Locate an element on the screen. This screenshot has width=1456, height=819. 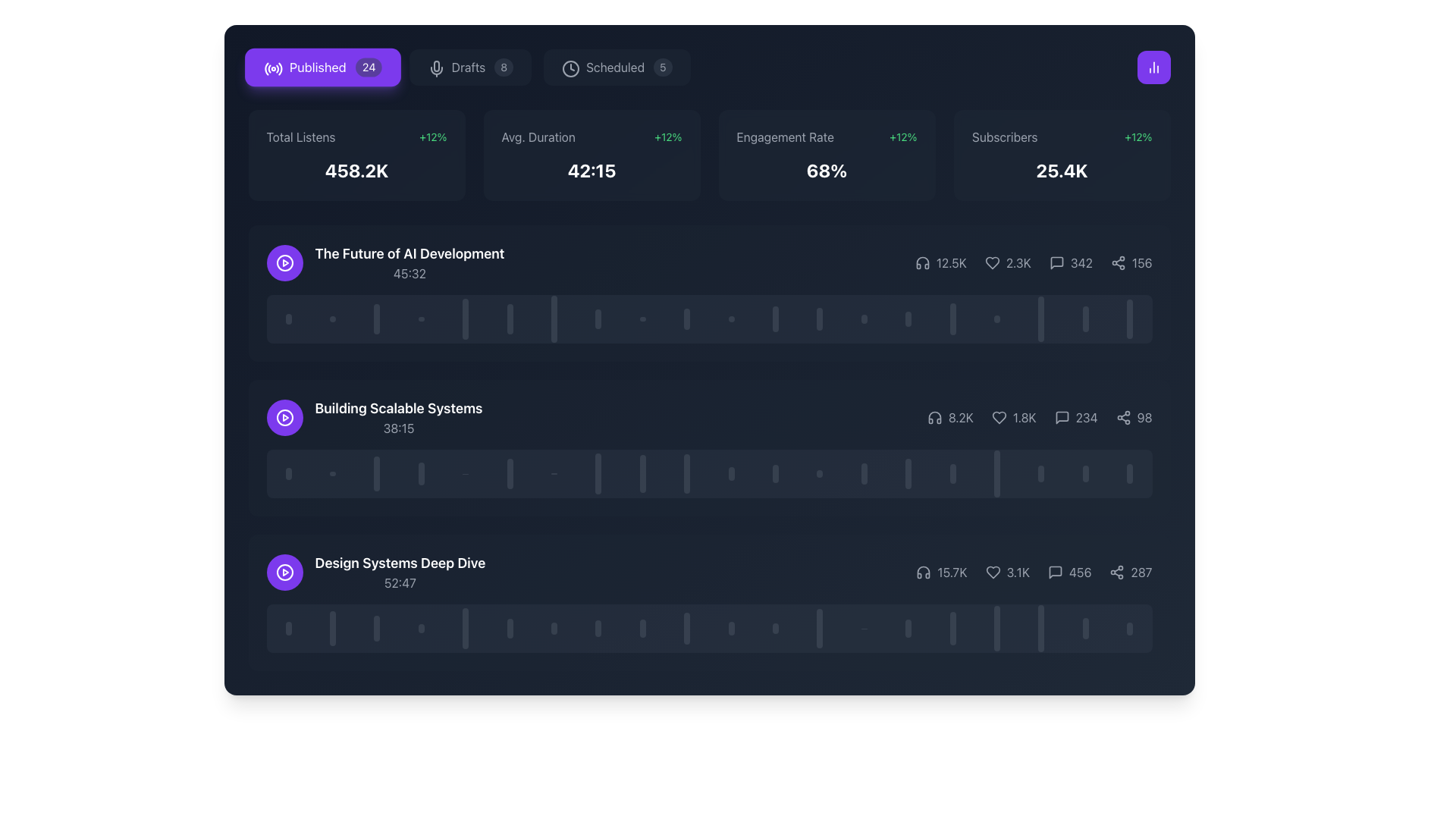
the Multi-statistic bar with icons located at the bottom of the third card labeled 'Design Systems Deep Dive' is located at coordinates (1033, 573).